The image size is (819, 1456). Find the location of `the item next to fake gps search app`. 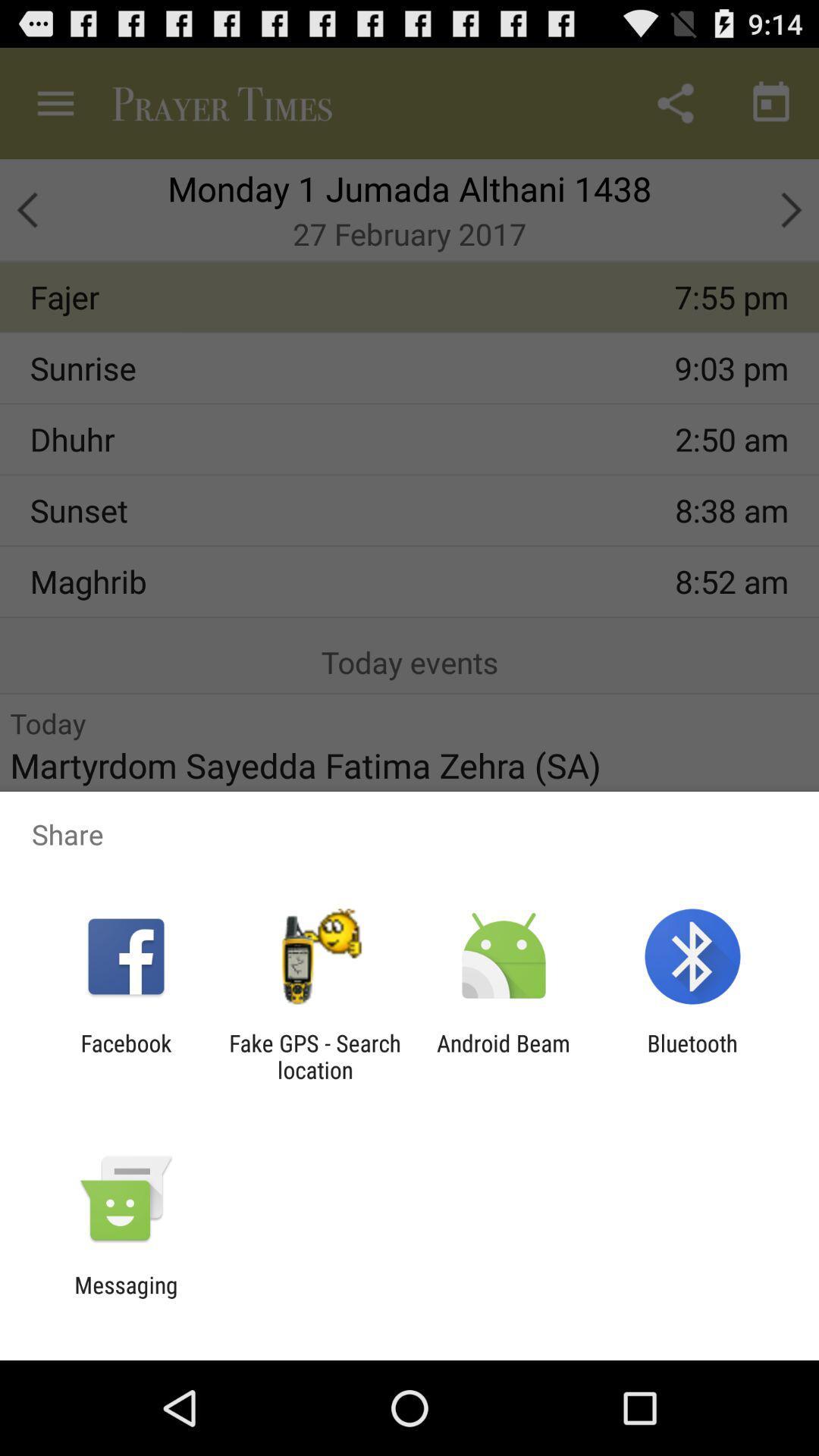

the item next to fake gps search app is located at coordinates (504, 1056).